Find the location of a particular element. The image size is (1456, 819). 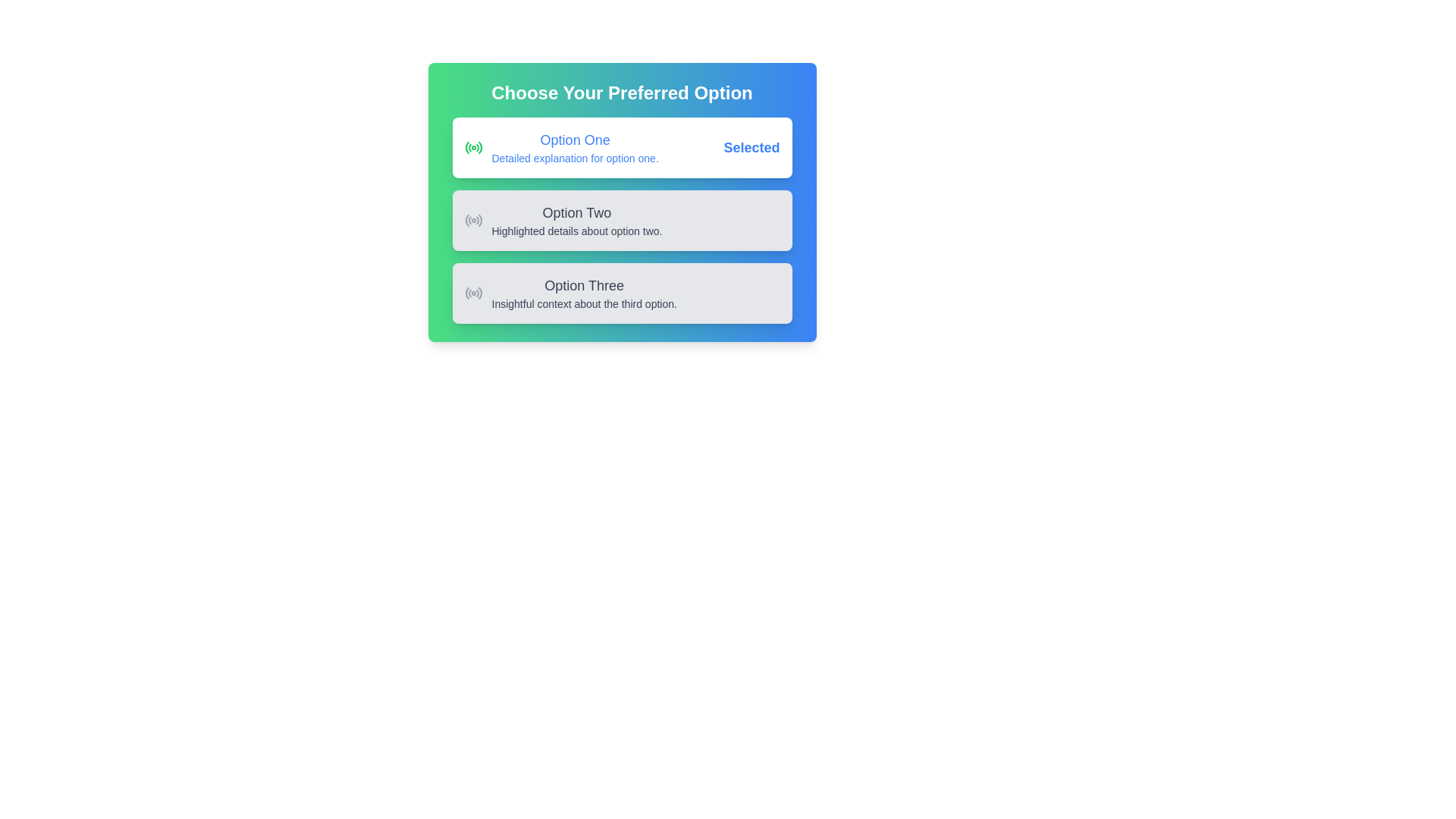

the 'Option Three' item, which is a rectangular area with rounded corners, gray background, and includes a radio icon on the left along with the heading 'Option Three' and its description is located at coordinates (622, 293).